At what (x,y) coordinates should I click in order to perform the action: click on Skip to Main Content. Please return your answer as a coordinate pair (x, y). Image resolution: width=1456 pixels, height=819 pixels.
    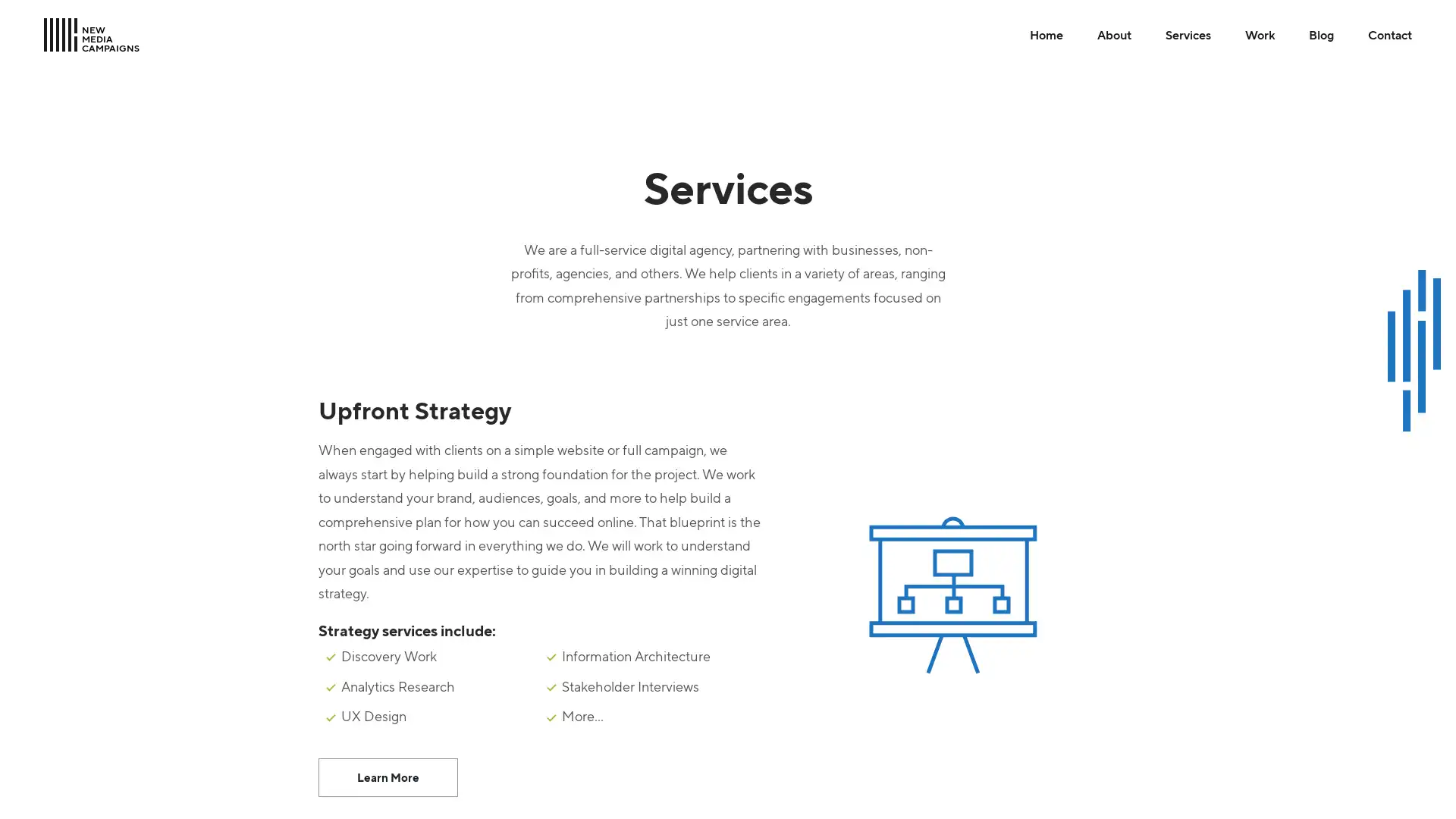
    Looking at the image, I should click on (15, 15).